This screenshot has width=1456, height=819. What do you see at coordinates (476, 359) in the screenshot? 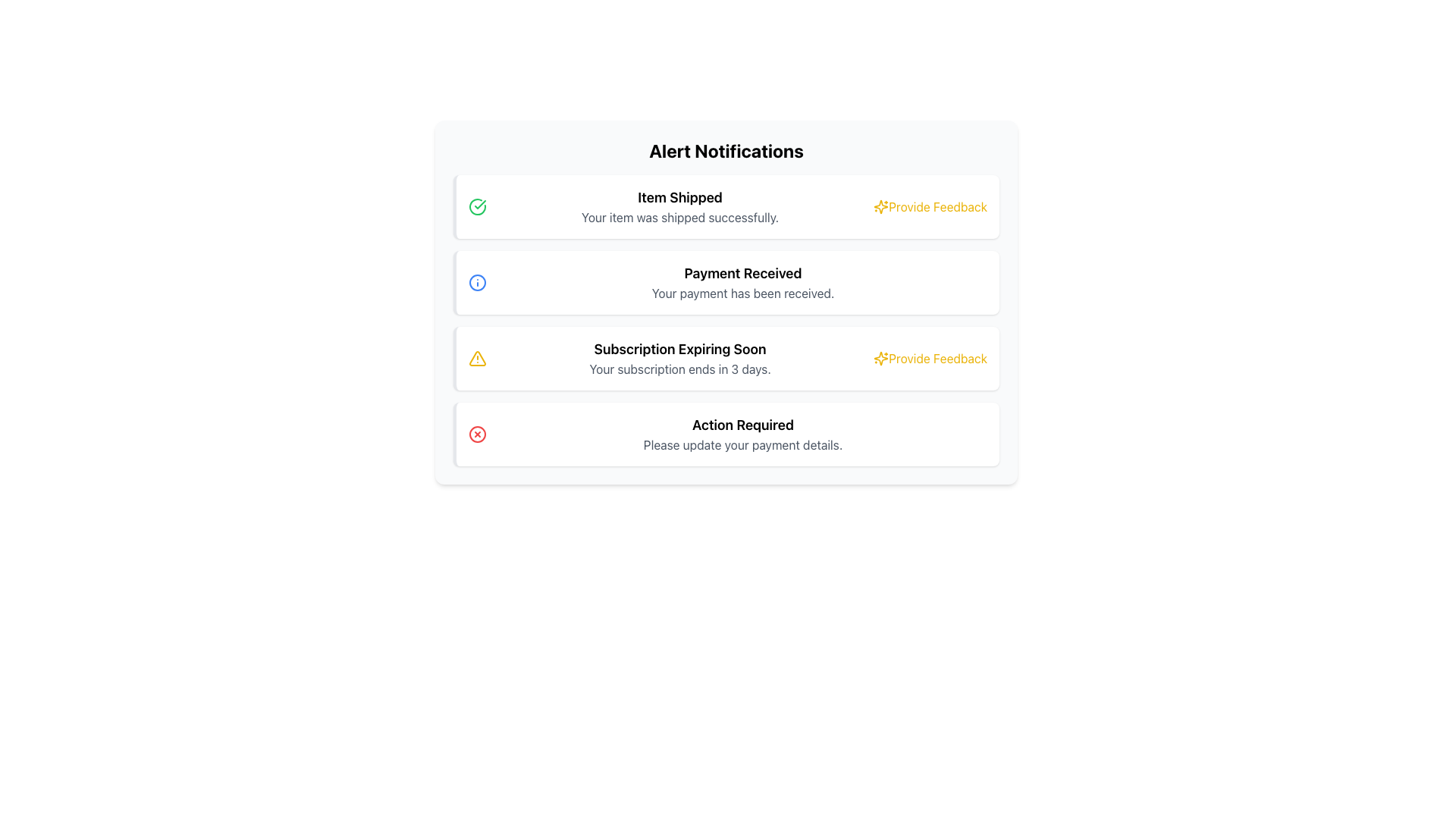
I see `the yellow triangle alert icon with an exclamation mark inside, located in the third alert card from the top, which indicates a subscription expiring soon` at bounding box center [476, 359].